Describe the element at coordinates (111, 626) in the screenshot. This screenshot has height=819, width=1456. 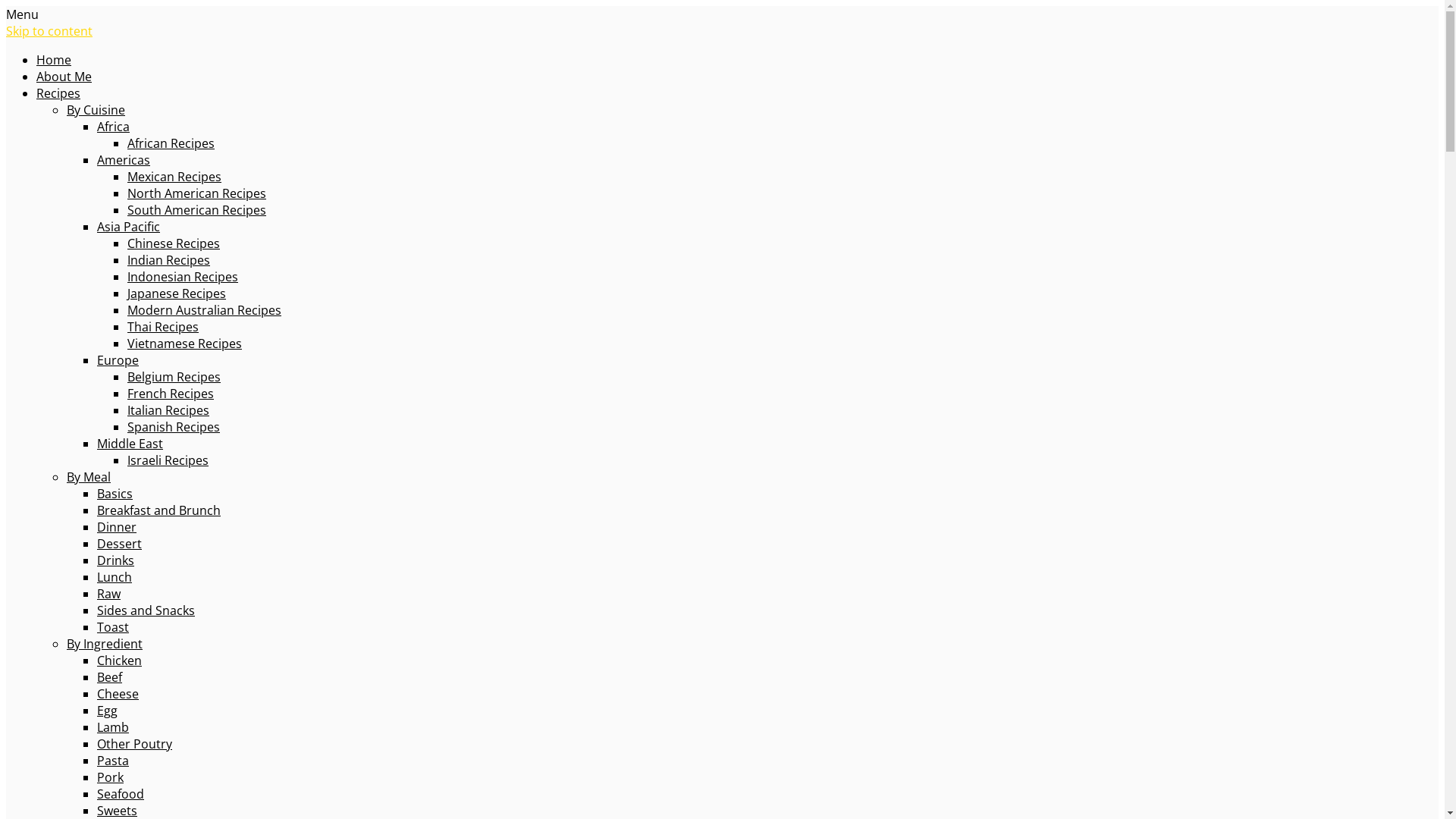
I see `'Toast'` at that location.